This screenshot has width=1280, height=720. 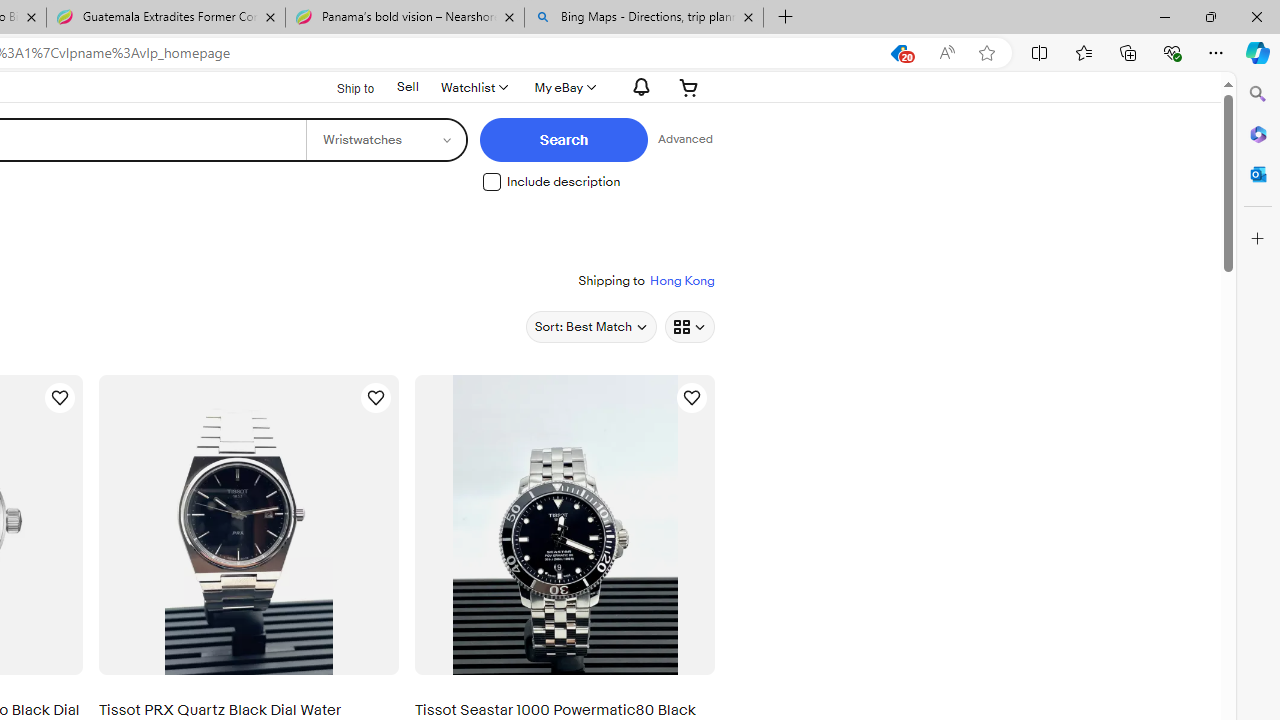 I want to click on 'Watchlist', so click(x=472, y=86).